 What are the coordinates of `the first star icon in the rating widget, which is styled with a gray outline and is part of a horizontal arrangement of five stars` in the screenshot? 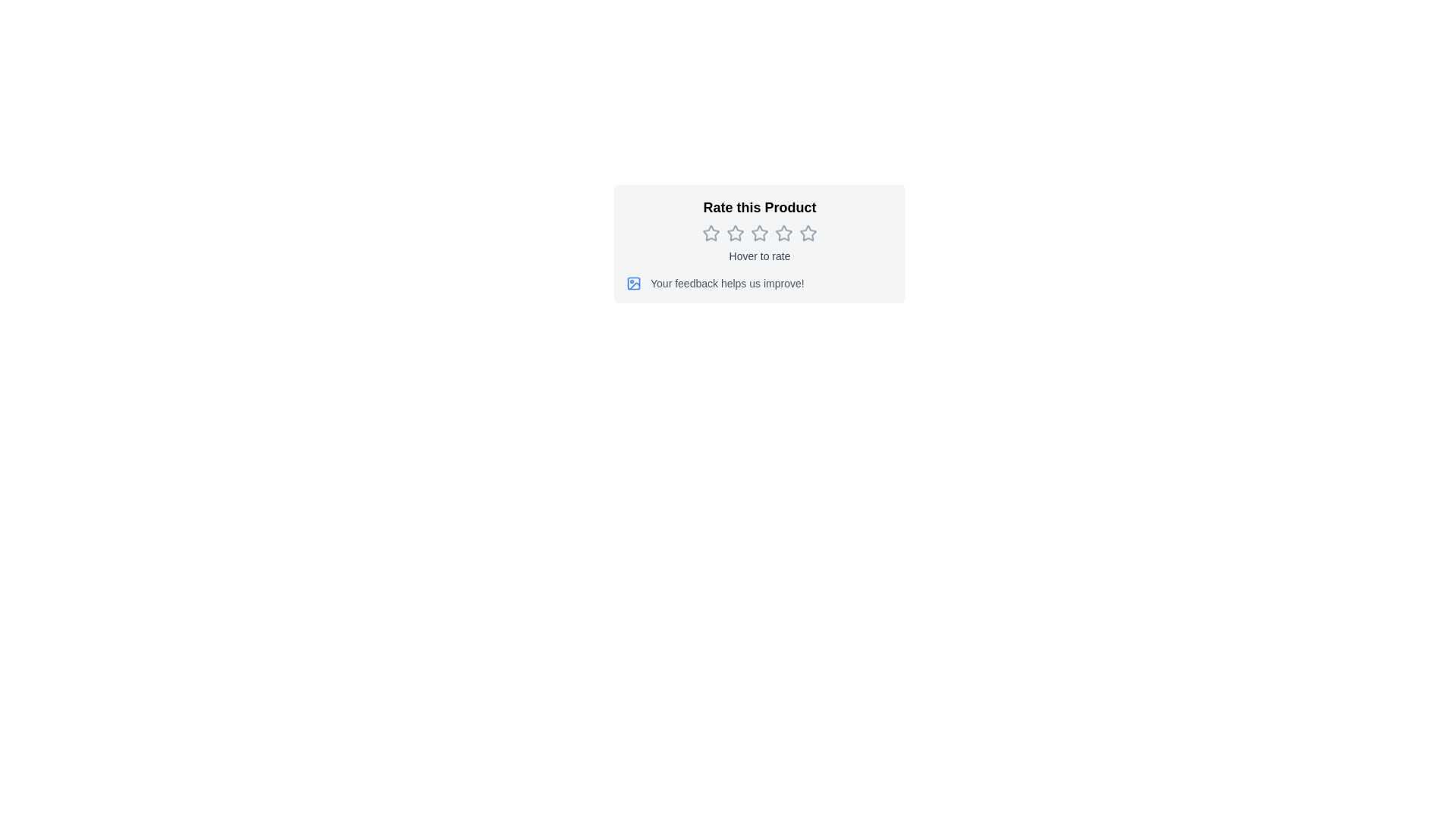 It's located at (710, 233).